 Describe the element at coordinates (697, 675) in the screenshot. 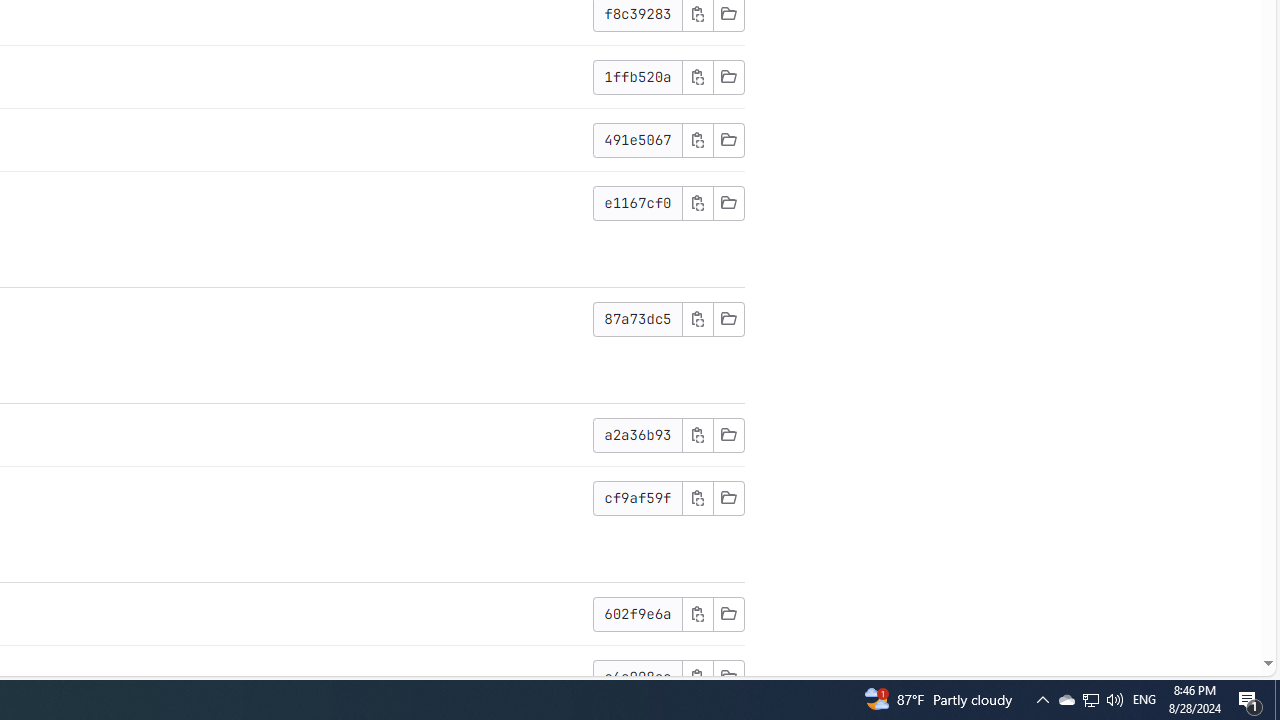

I see `'Class: s16 gl-icon gl-button-icon '` at that location.